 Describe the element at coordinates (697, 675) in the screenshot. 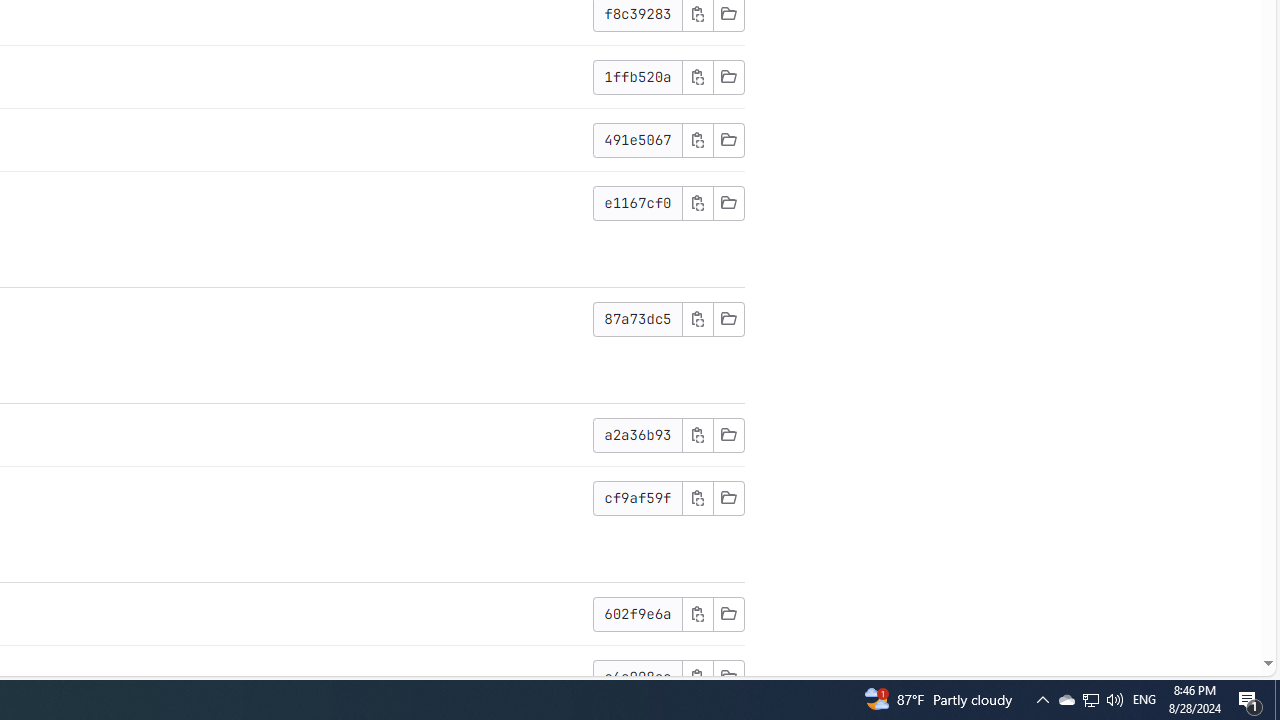

I see `'Class: s16 gl-icon gl-button-icon '` at that location.